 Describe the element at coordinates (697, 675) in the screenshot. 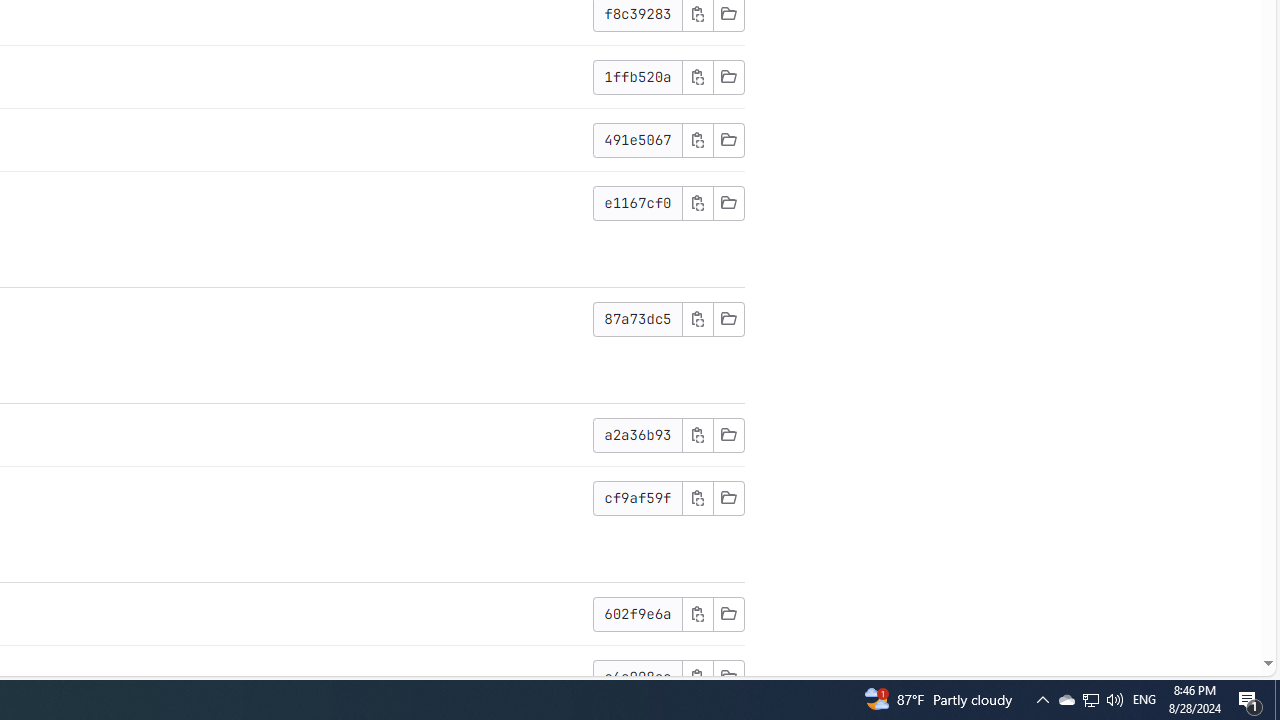

I see `'Class: s16 gl-icon gl-button-icon '` at that location.